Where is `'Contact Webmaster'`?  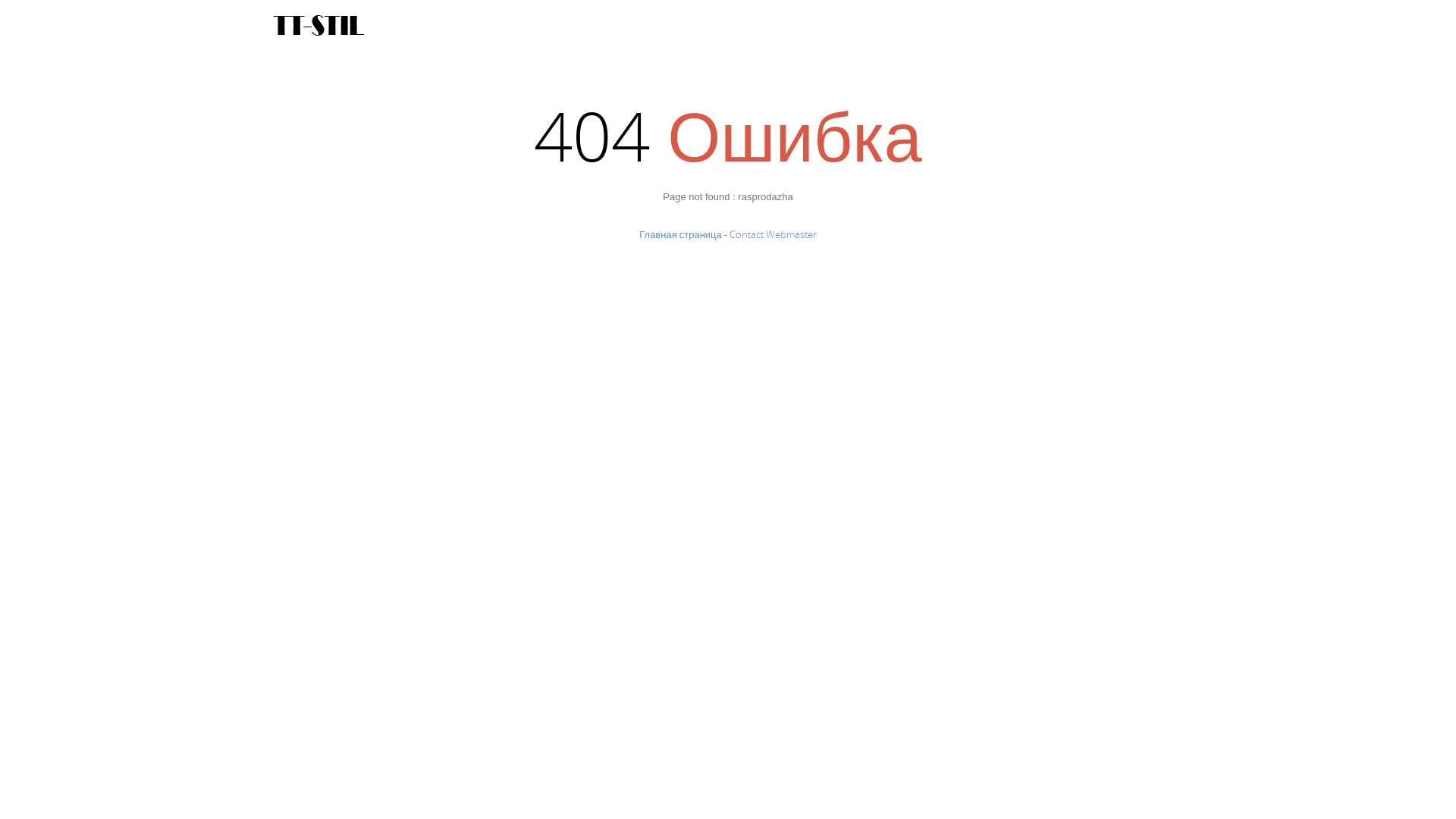 'Contact Webmaster' is located at coordinates (729, 234).